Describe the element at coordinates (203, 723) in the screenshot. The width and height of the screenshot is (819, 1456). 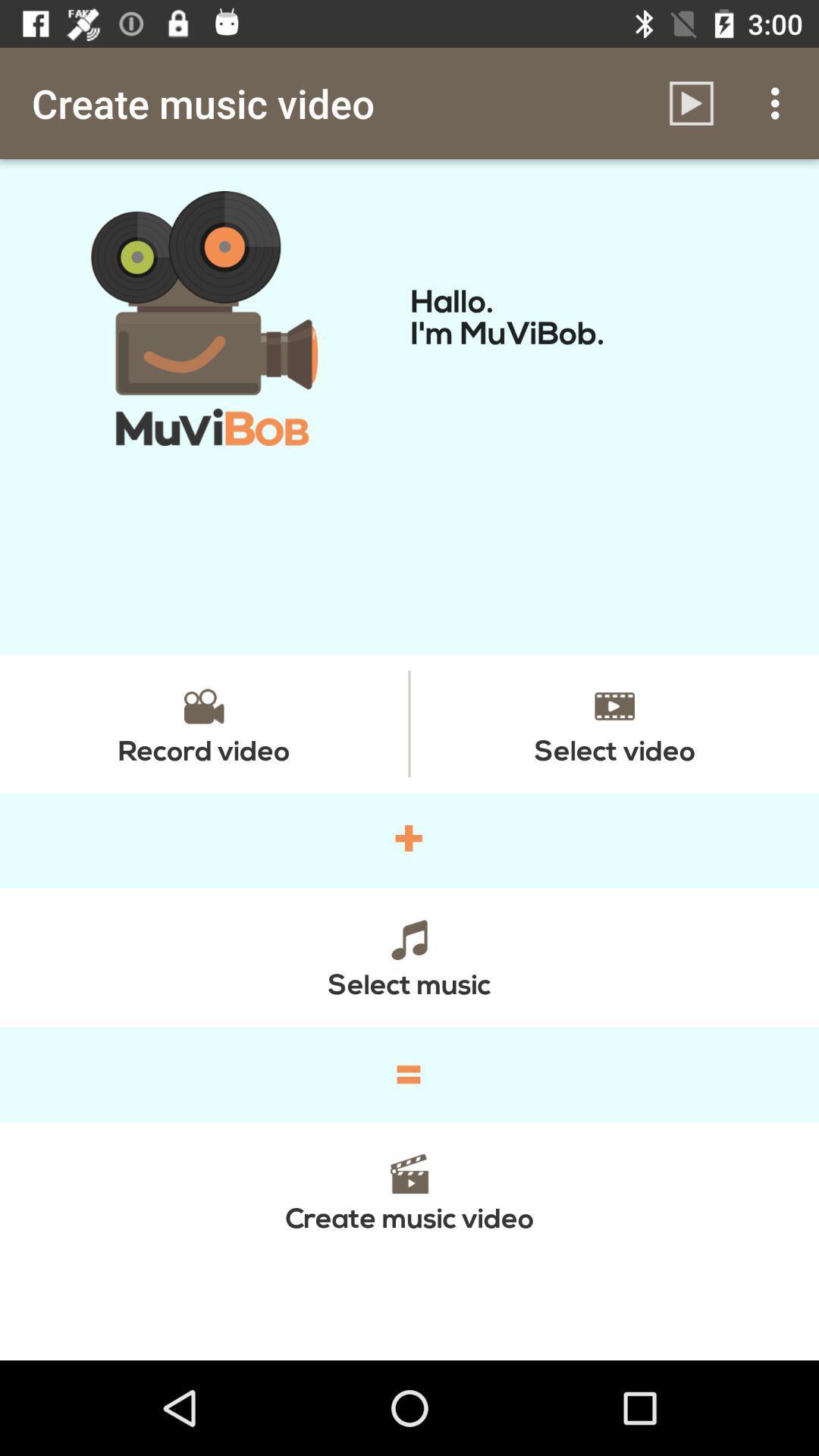
I see `icon next to the select video item` at that location.